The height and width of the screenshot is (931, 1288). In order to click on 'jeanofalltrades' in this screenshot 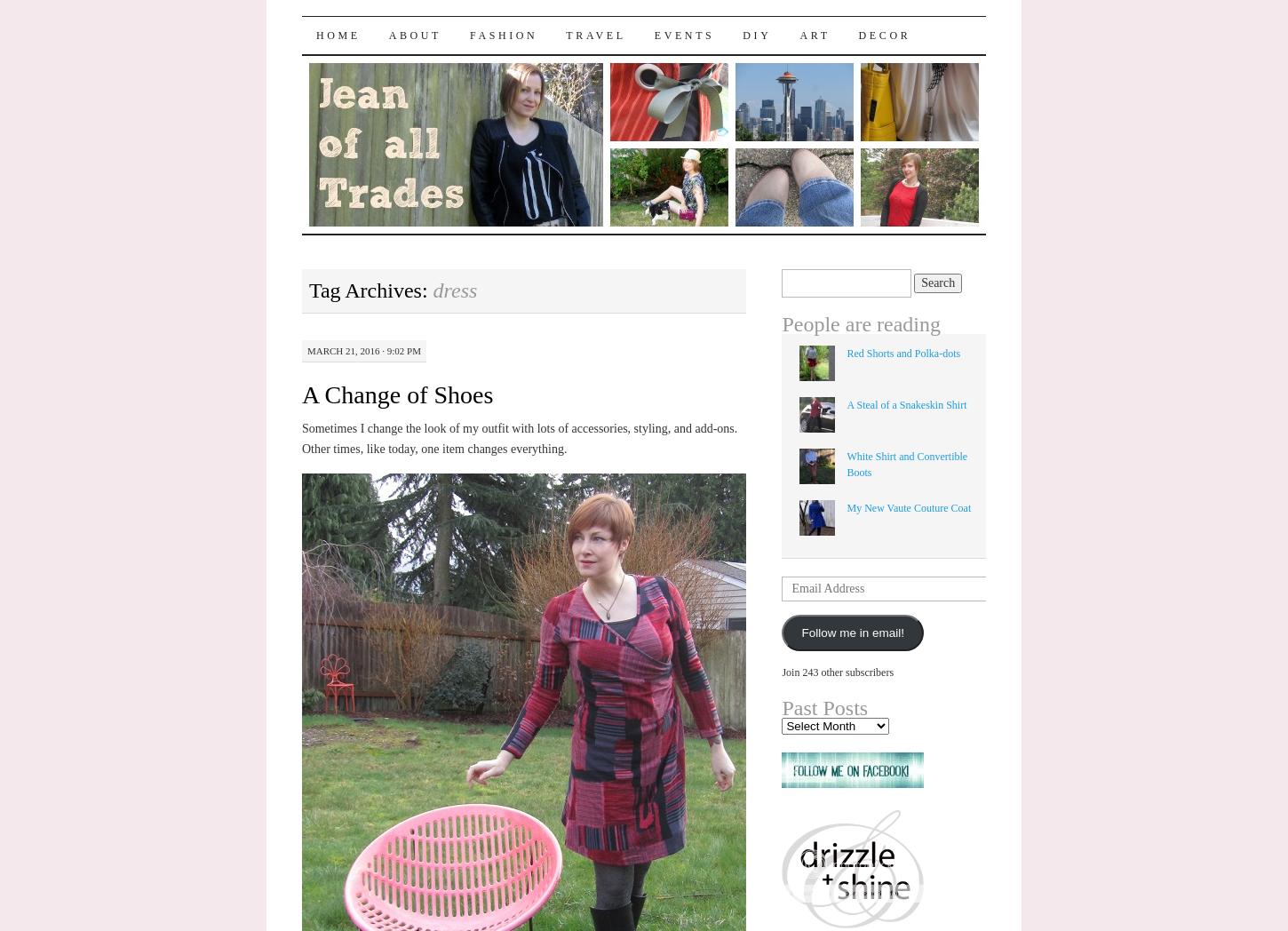, I will do `click(414, 30)`.